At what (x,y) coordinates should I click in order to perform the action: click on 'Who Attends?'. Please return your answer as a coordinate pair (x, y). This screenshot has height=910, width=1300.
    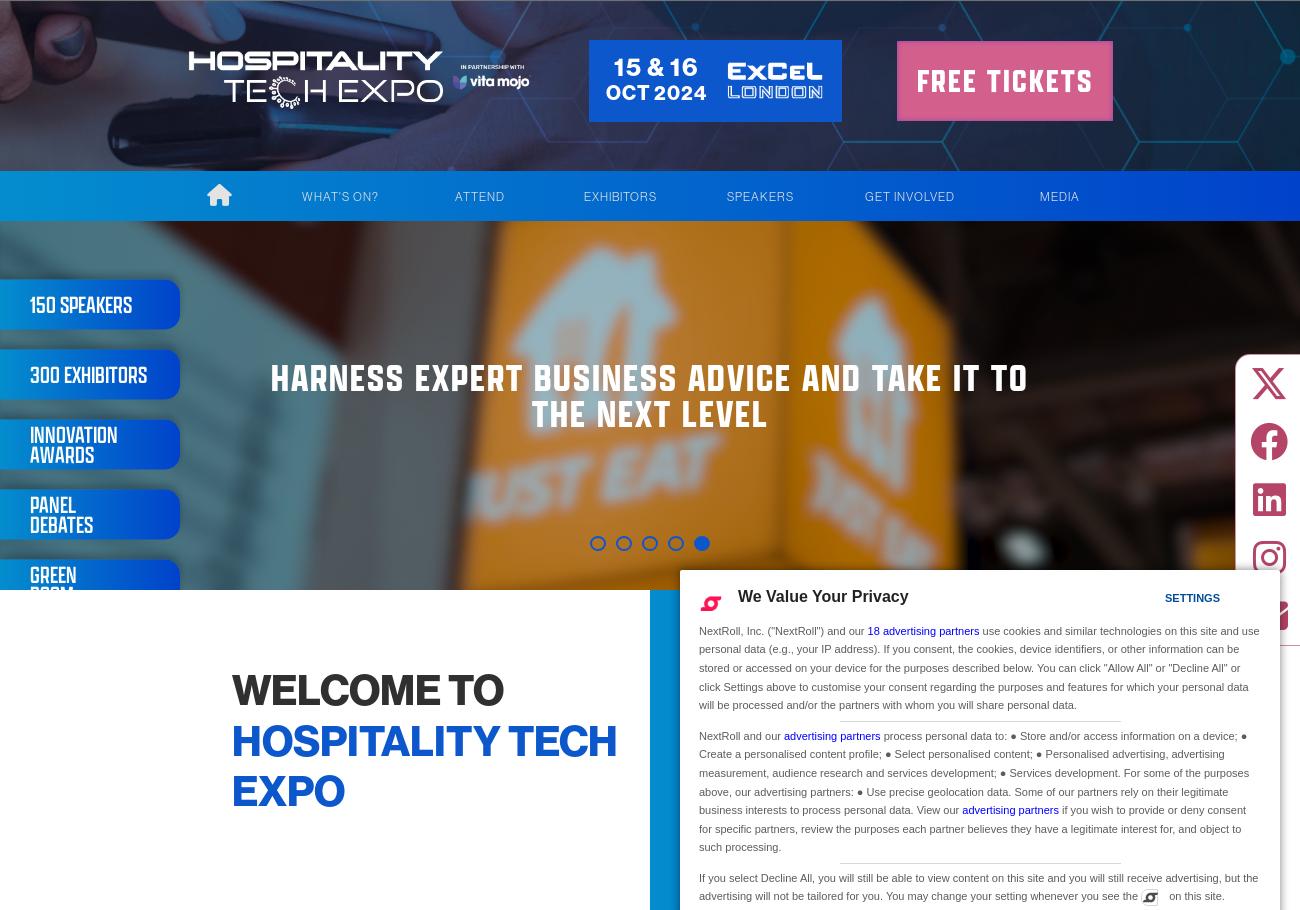
    Looking at the image, I should click on (467, 281).